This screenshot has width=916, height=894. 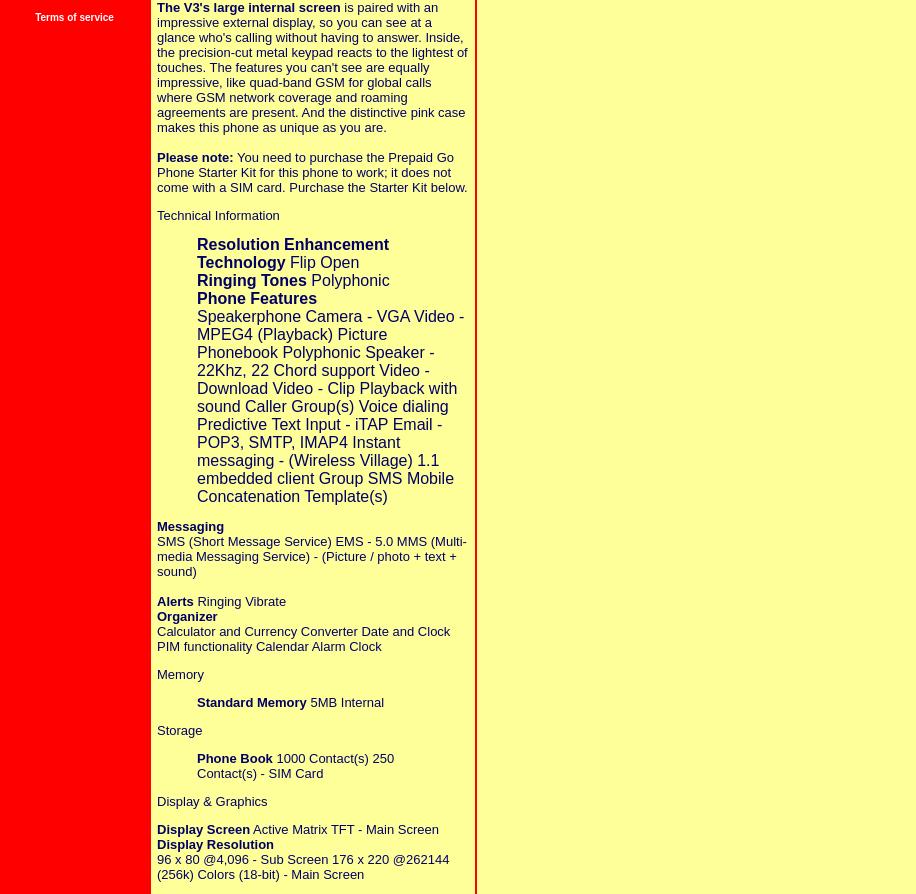 What do you see at coordinates (157, 156) in the screenshot?
I see `'Please note:'` at bounding box center [157, 156].